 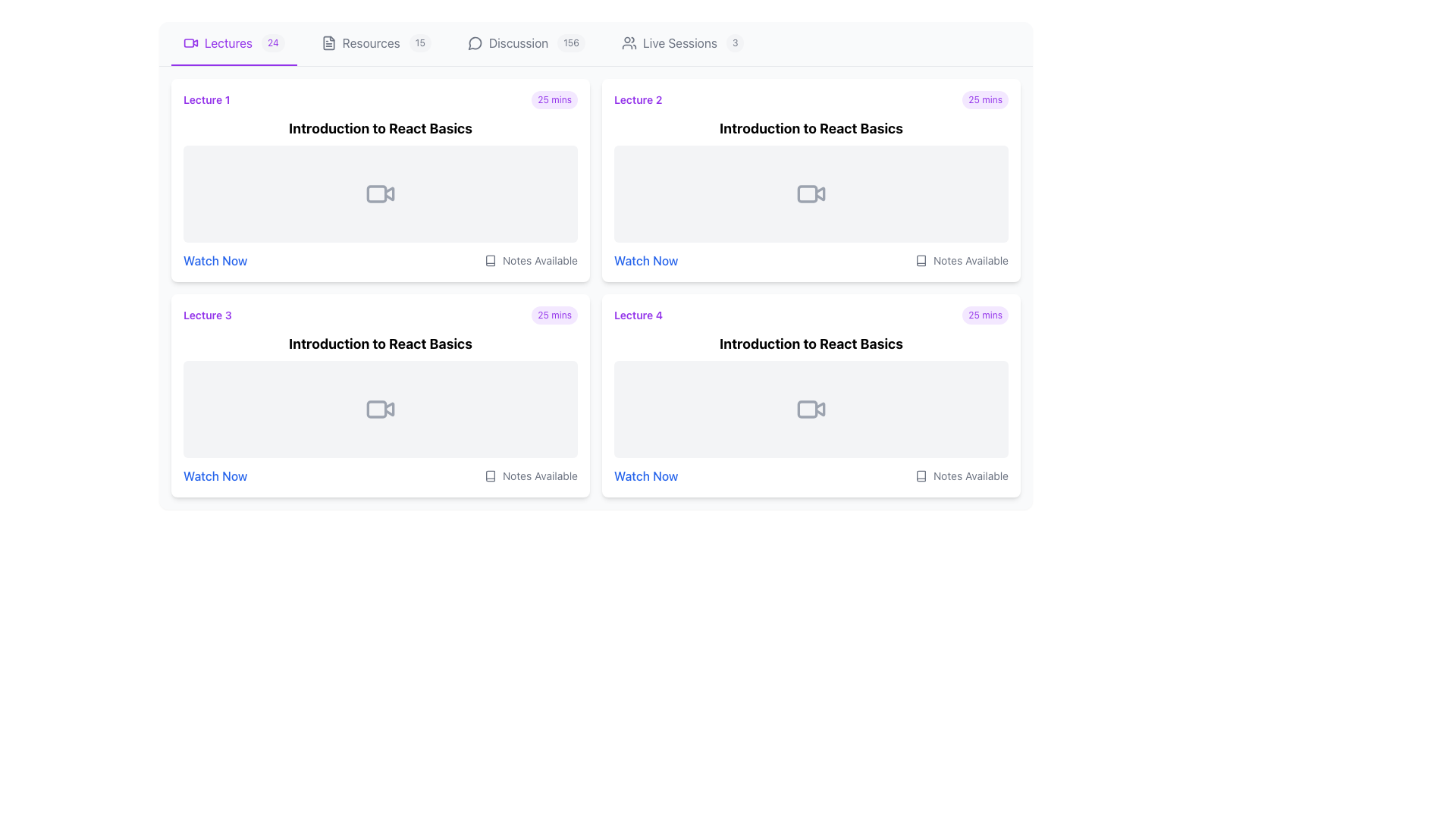 I want to click on the video icon centered in the gray rectangular area of the card component titled 'Introduction to React Basics', so click(x=381, y=394).